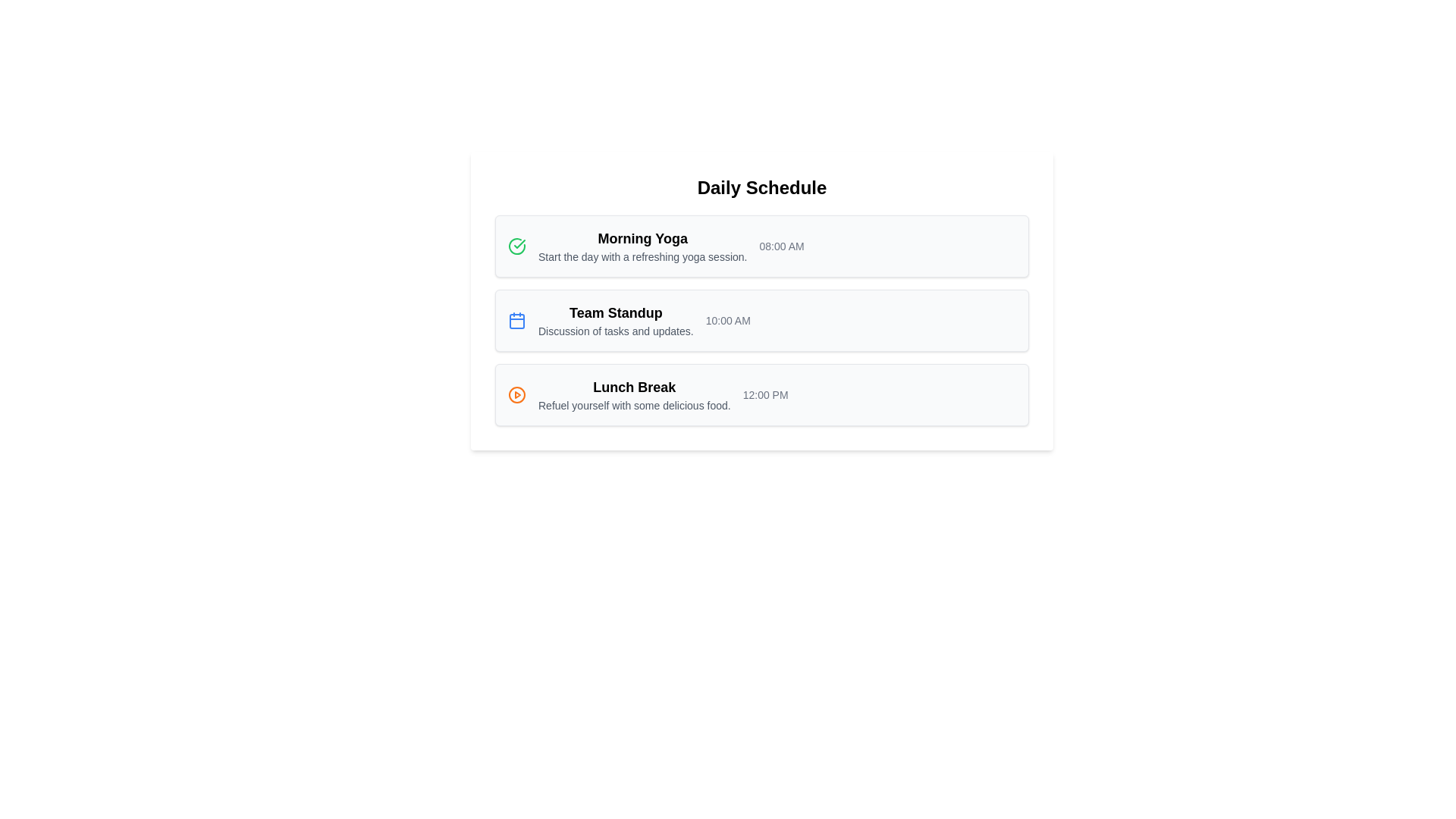 The image size is (1456, 819). I want to click on text block containing the title and description of the scheduled activity 'Morning Yoga' in the 'Daily Schedule' section, located between the circular checkmark icon and the time indicator '08:00 AM', so click(642, 245).